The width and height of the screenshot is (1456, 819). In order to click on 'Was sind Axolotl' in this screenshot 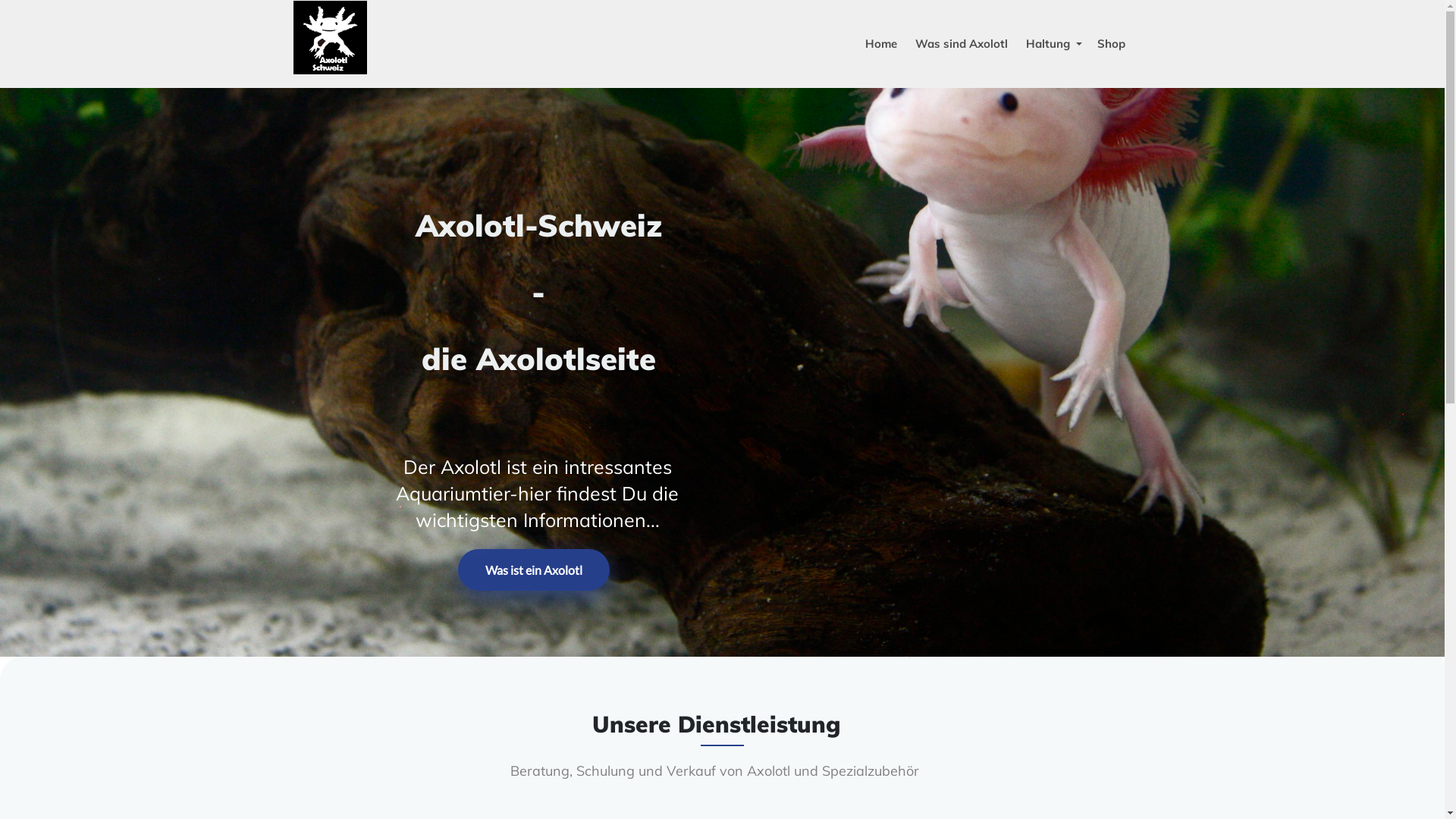, I will do `click(960, 42)`.